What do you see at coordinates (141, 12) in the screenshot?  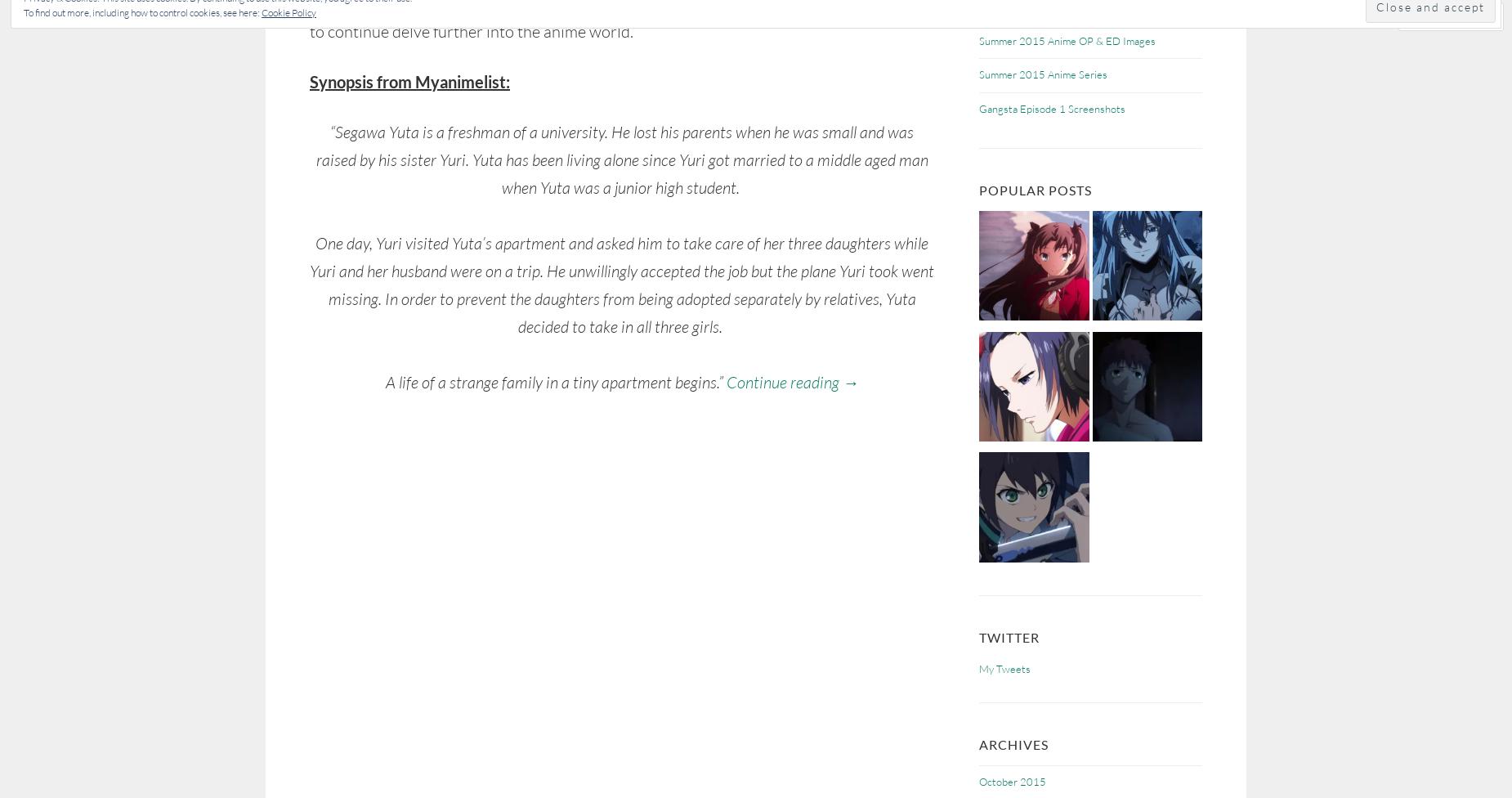 I see `'To find out more, including how to control cookies, see here:'` at bounding box center [141, 12].